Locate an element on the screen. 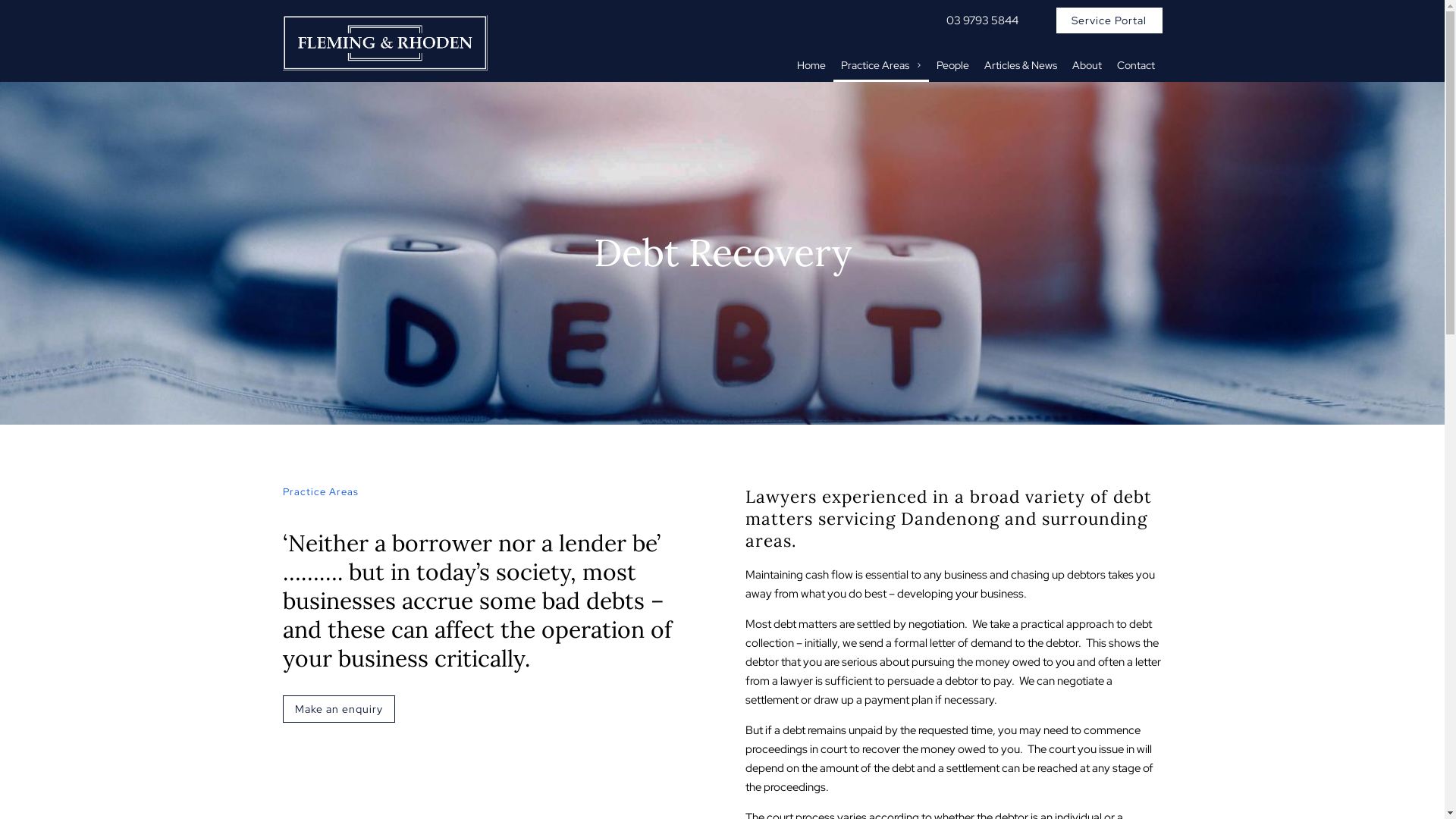 The width and height of the screenshot is (1456, 819). 'Practice Areas' is located at coordinates (880, 64).